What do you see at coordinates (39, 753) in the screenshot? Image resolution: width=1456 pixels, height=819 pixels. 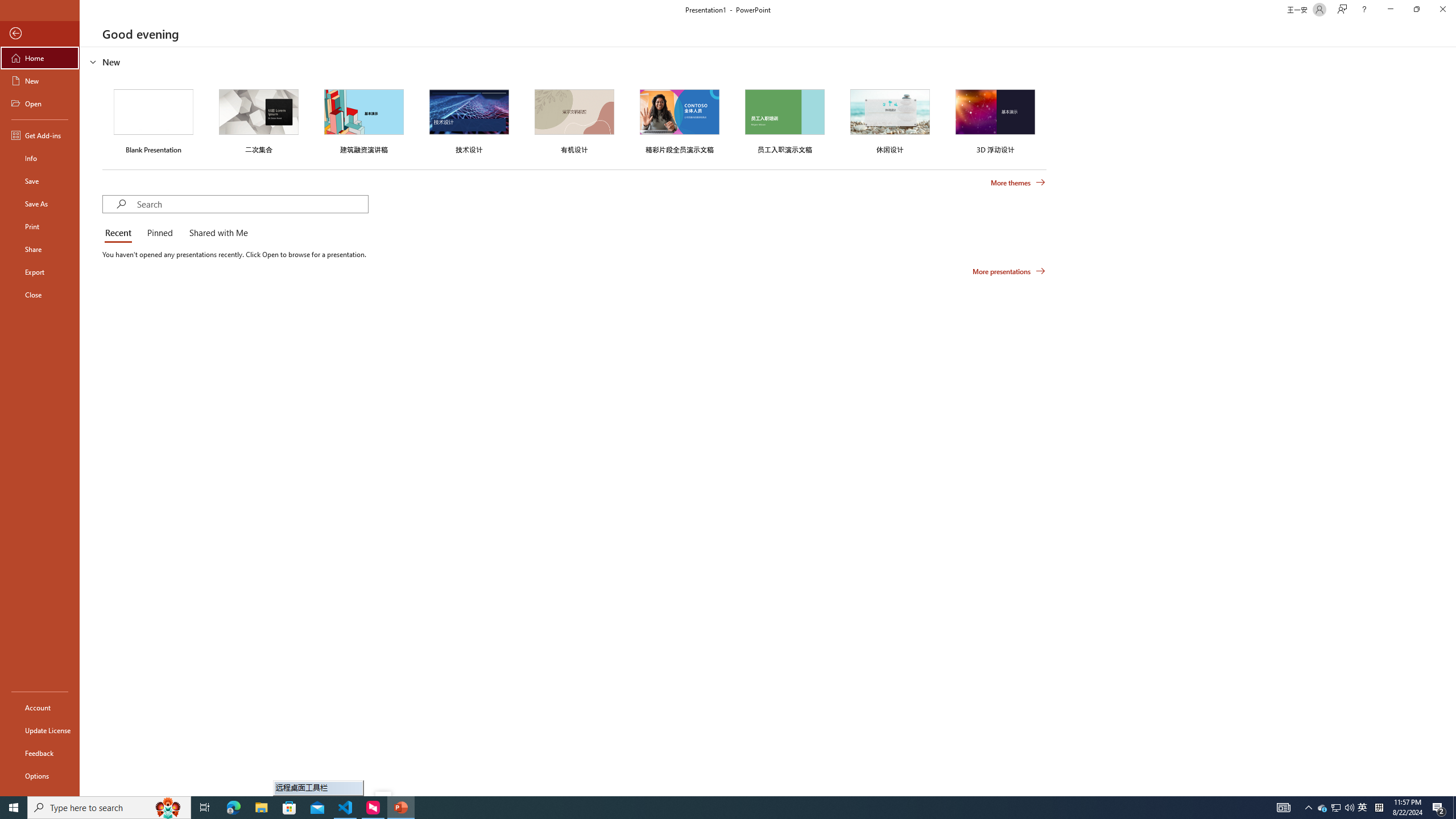 I see `'Feedback'` at bounding box center [39, 753].